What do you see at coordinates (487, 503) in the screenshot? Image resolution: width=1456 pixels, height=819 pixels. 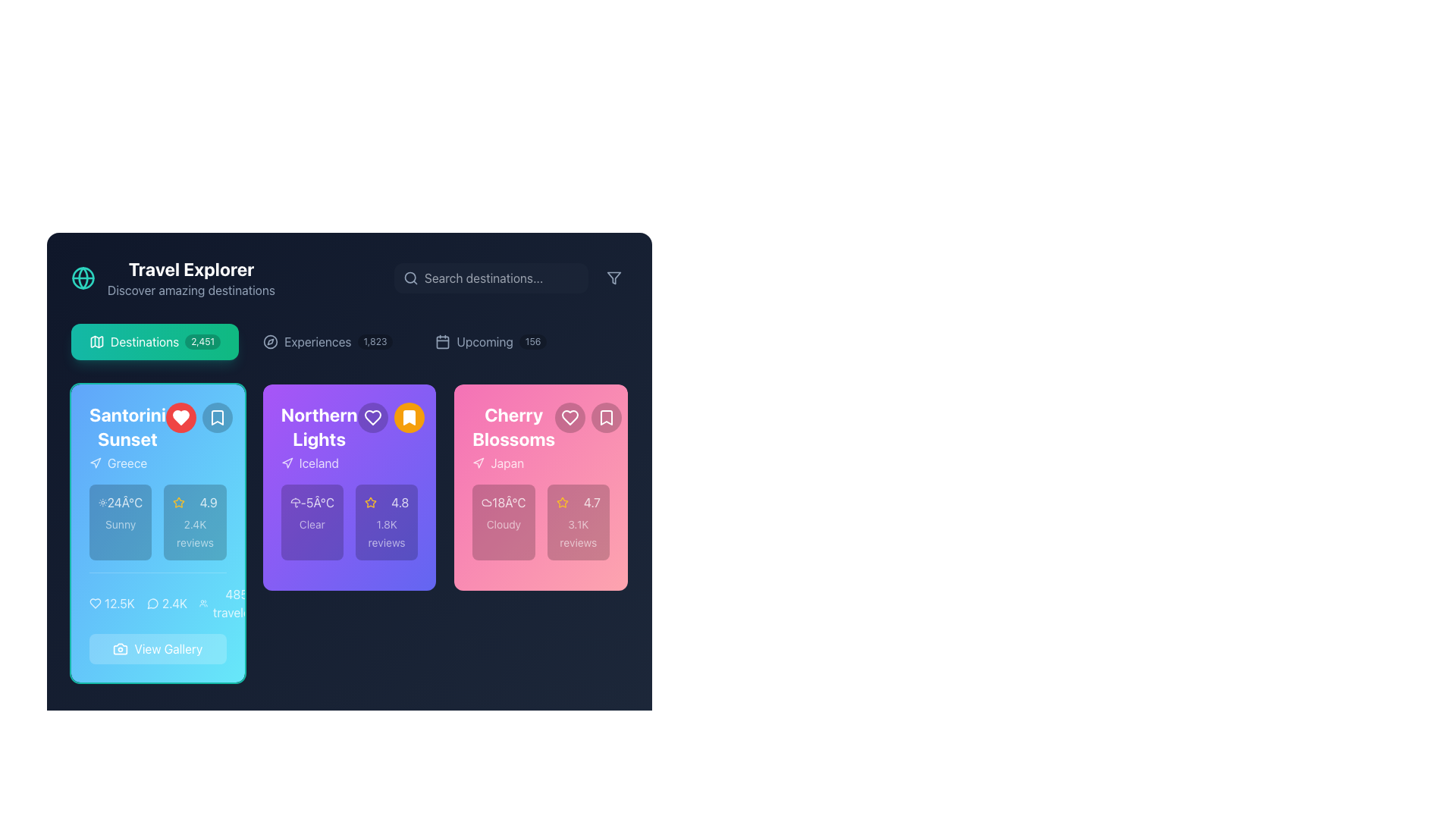 I see `the cloud icon located on the left side of the temperature display area in the 'Cherry Blossoms' card, which precedes the '18°C' text` at bounding box center [487, 503].